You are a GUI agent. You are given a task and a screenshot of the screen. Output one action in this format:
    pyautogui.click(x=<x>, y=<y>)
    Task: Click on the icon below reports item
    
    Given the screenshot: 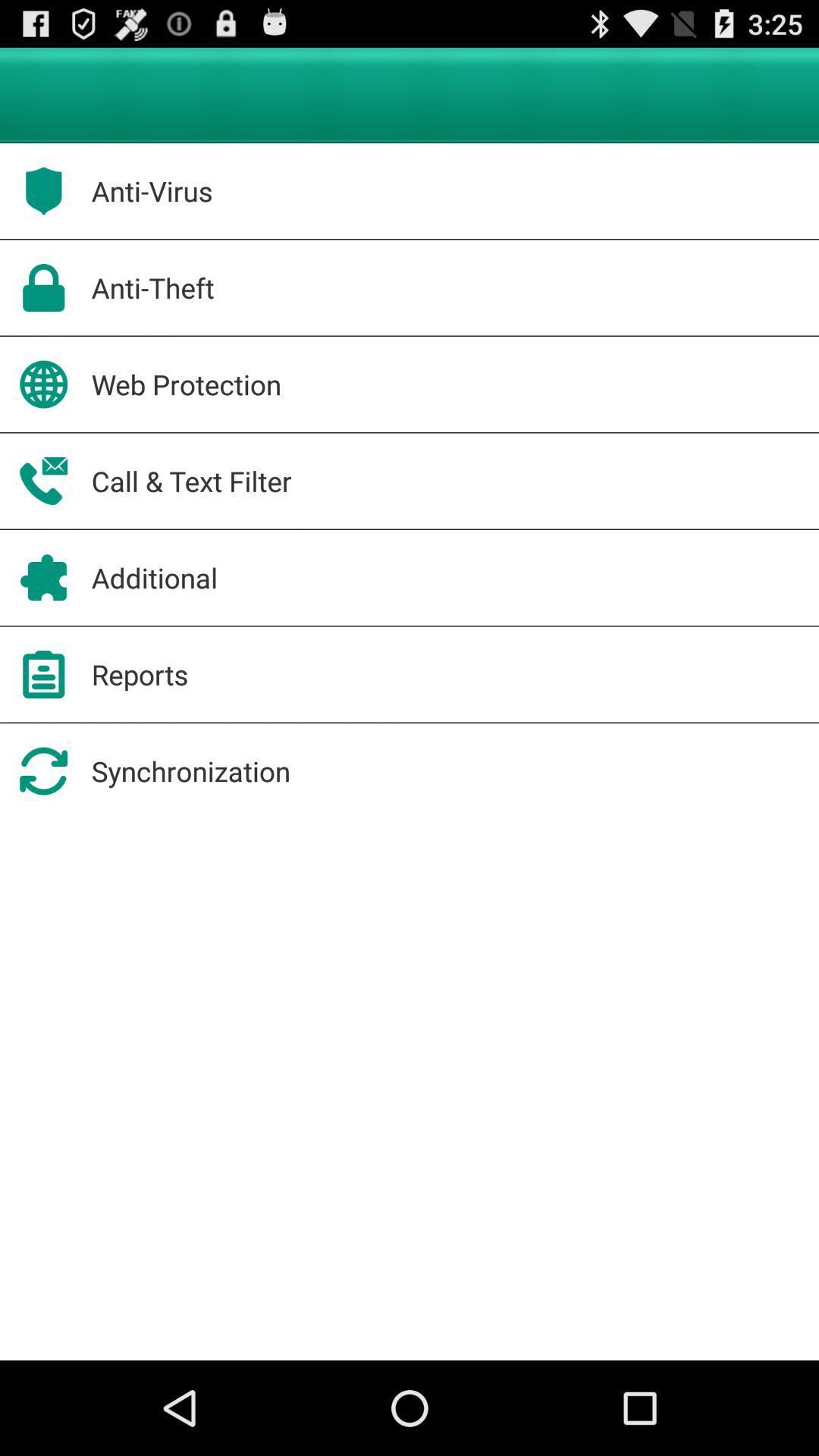 What is the action you would take?
    pyautogui.click(x=190, y=771)
    